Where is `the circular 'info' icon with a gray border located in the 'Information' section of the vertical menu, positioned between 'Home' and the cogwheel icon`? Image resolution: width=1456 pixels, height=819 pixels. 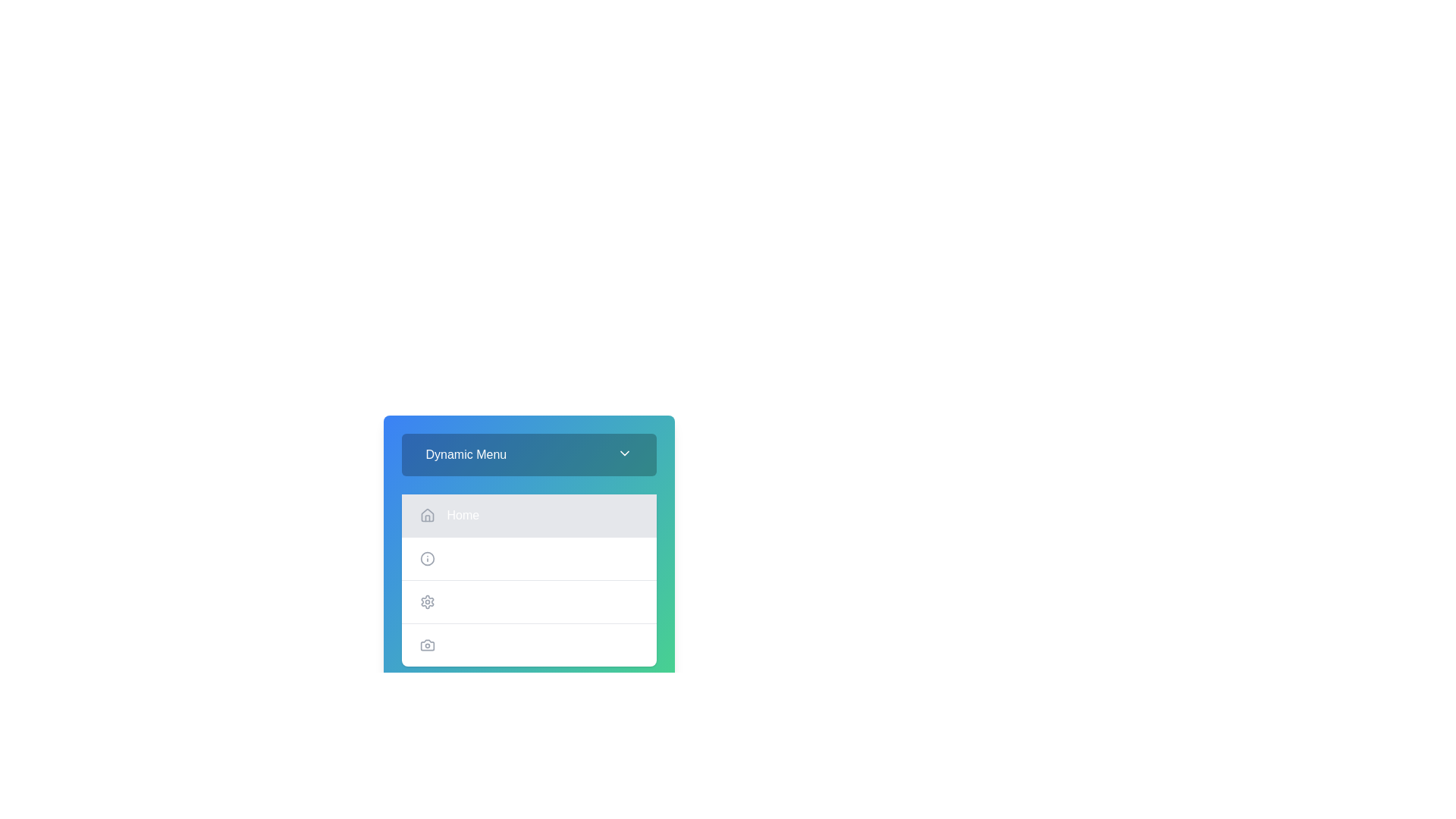
the circular 'info' icon with a gray border located in the 'Information' section of the vertical menu, positioned between 'Home' and the cogwheel icon is located at coordinates (426, 558).